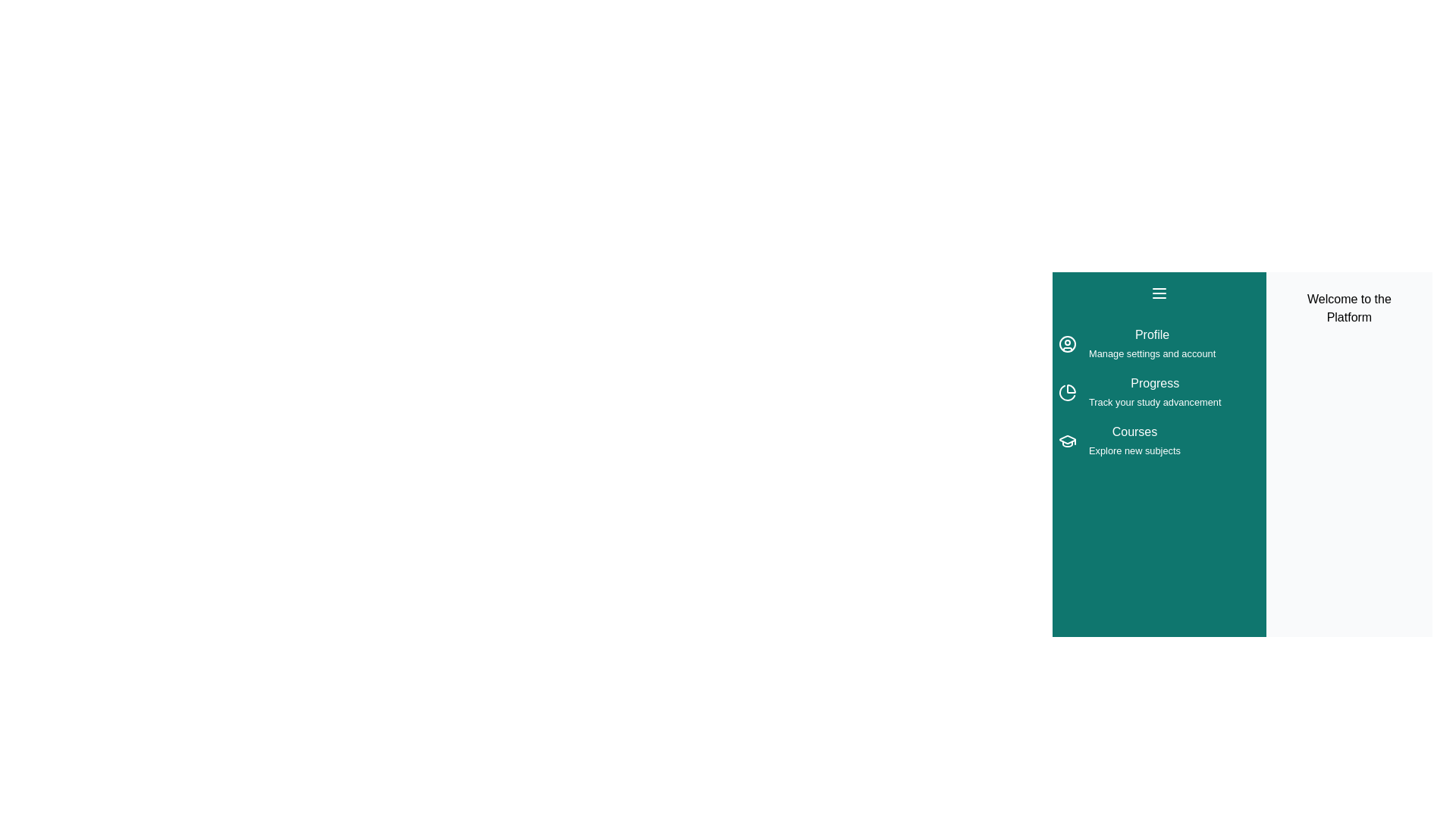 The image size is (1456, 819). Describe the element at coordinates (1158, 344) in the screenshot. I see `the menu item Profile in the drawer` at that location.